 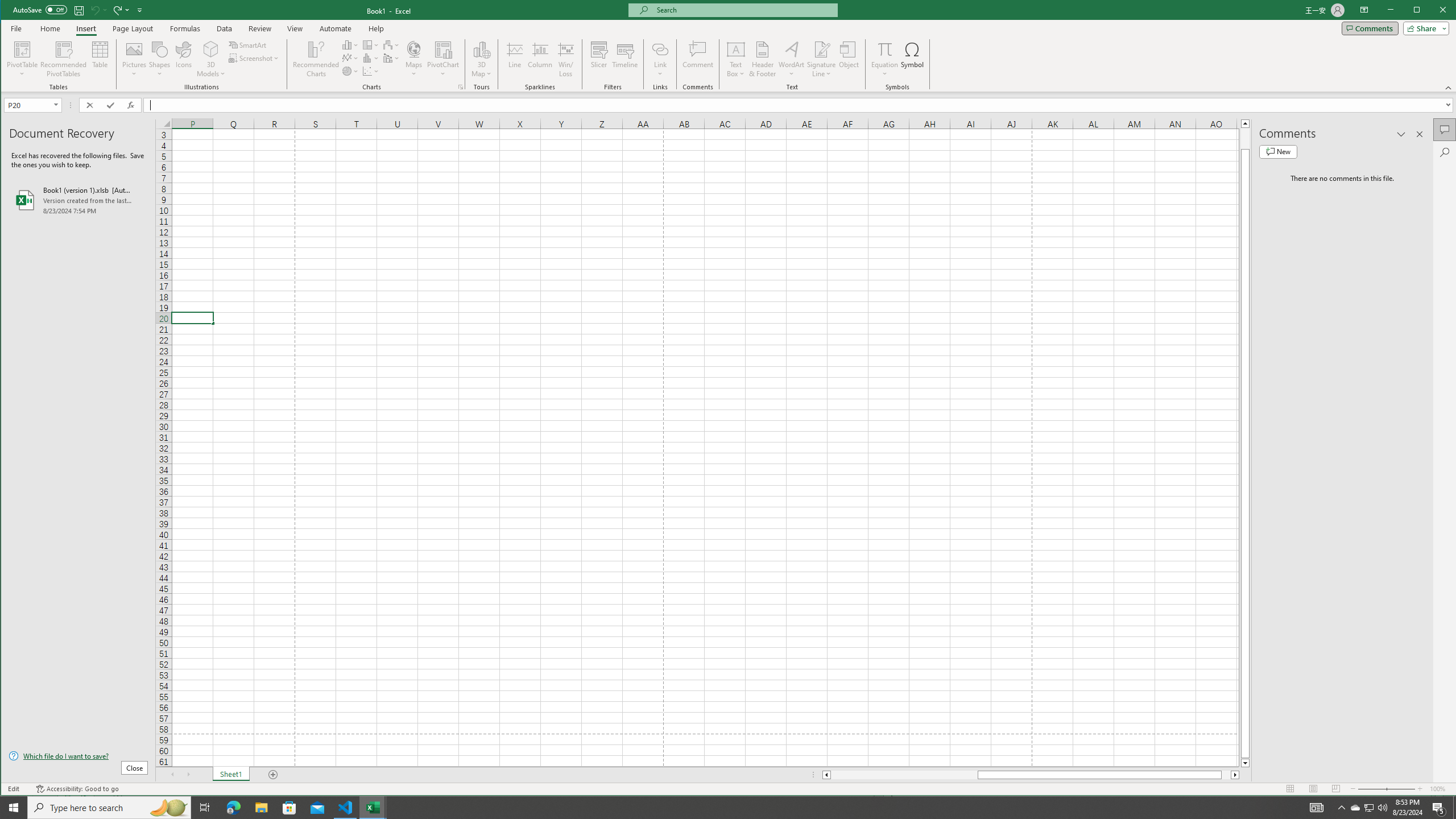 What do you see at coordinates (172, 775) in the screenshot?
I see `'Scroll Left'` at bounding box center [172, 775].